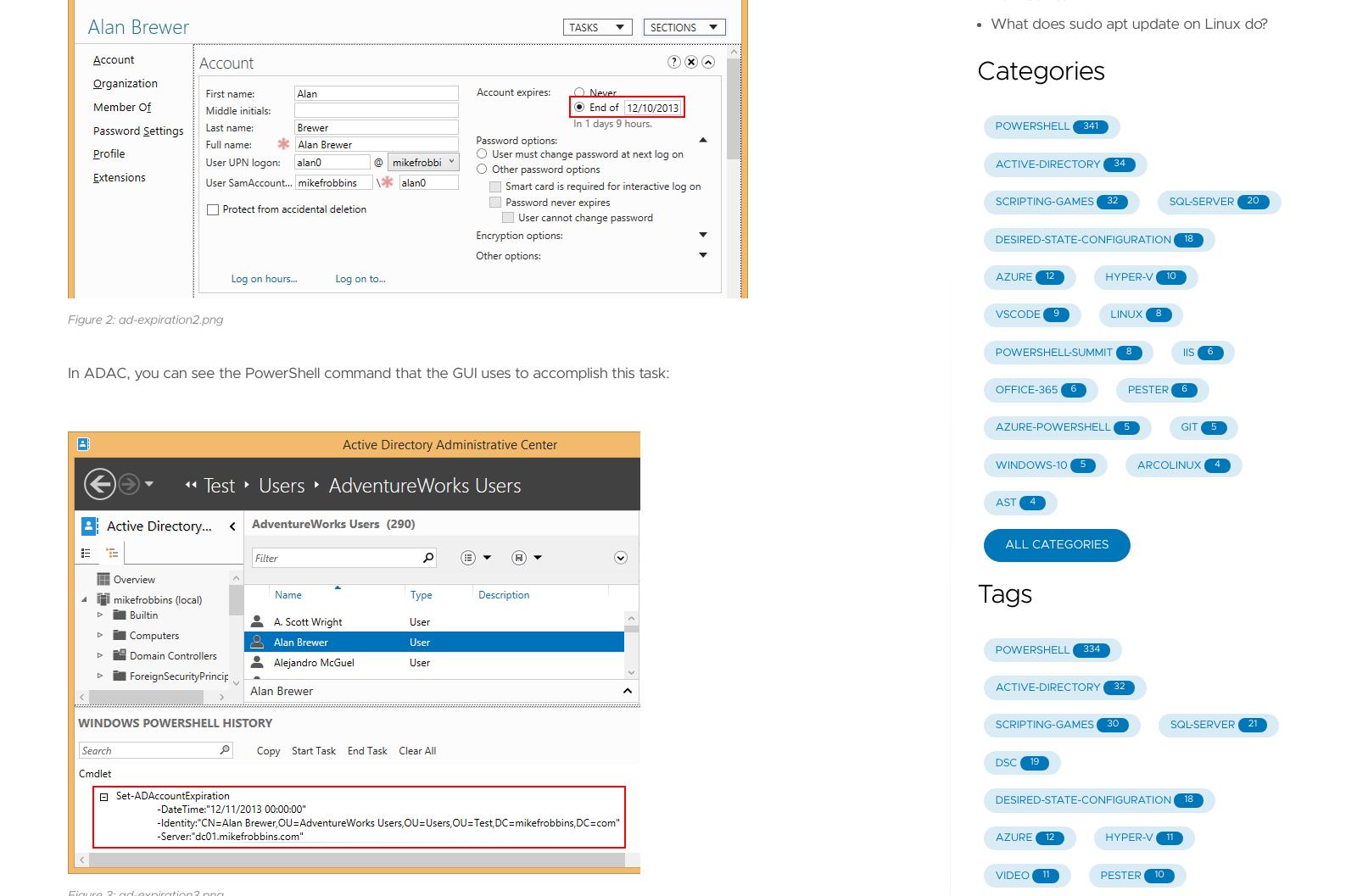  I want to click on '|', so click(549, 242).